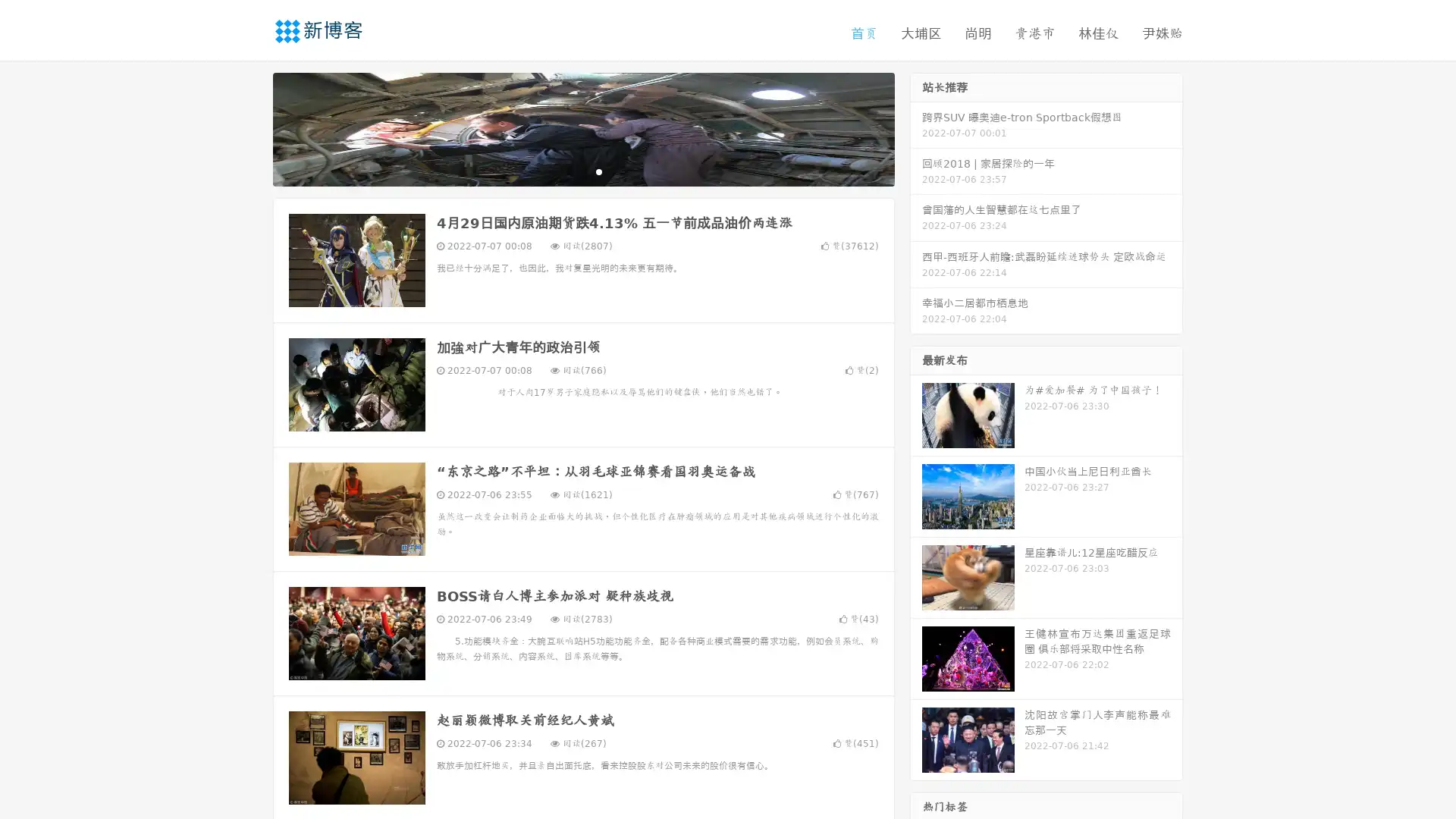 This screenshot has height=819, width=1456. I want to click on Previous slide, so click(250, 127).